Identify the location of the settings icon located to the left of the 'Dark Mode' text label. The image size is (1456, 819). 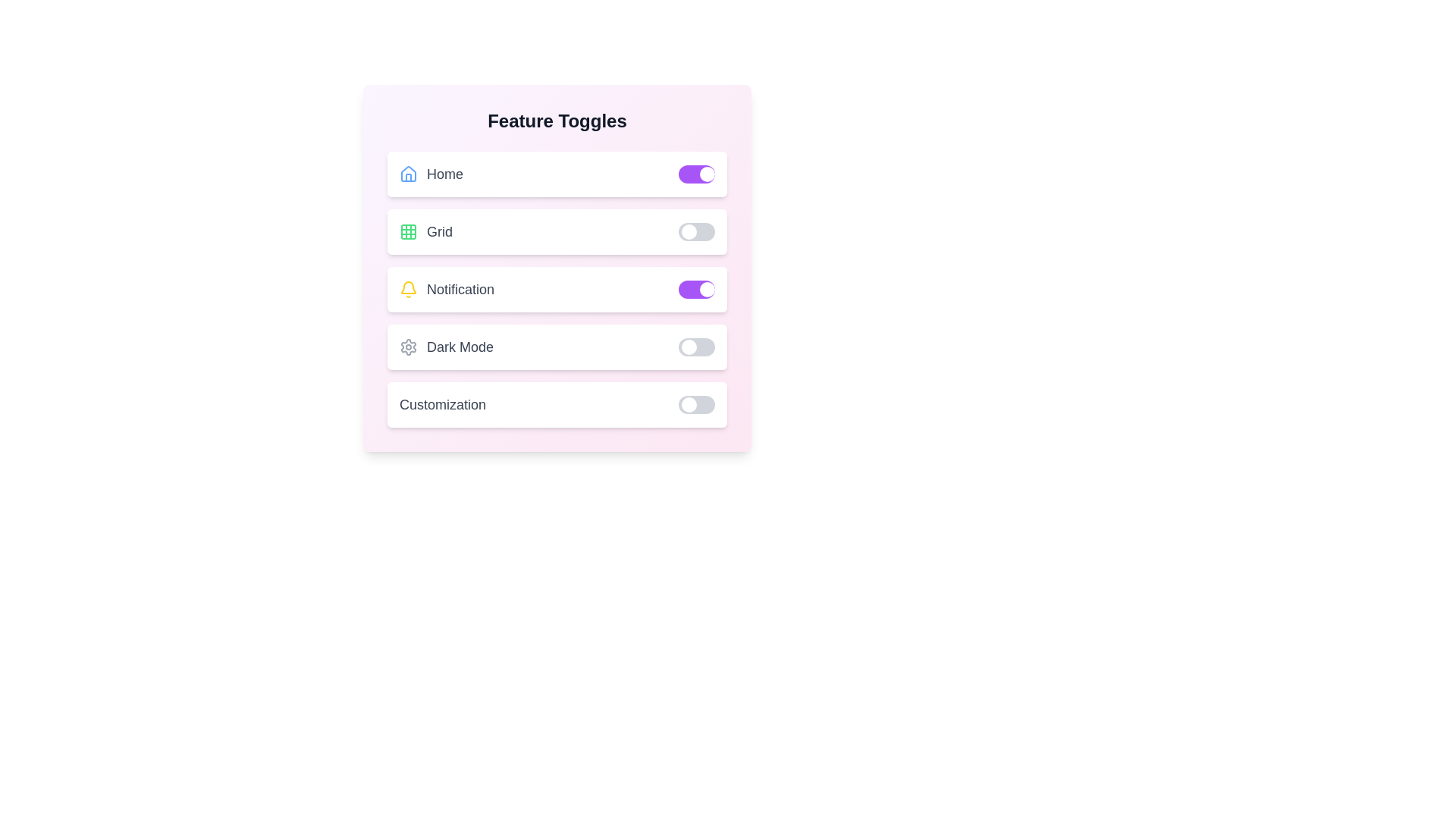
(408, 347).